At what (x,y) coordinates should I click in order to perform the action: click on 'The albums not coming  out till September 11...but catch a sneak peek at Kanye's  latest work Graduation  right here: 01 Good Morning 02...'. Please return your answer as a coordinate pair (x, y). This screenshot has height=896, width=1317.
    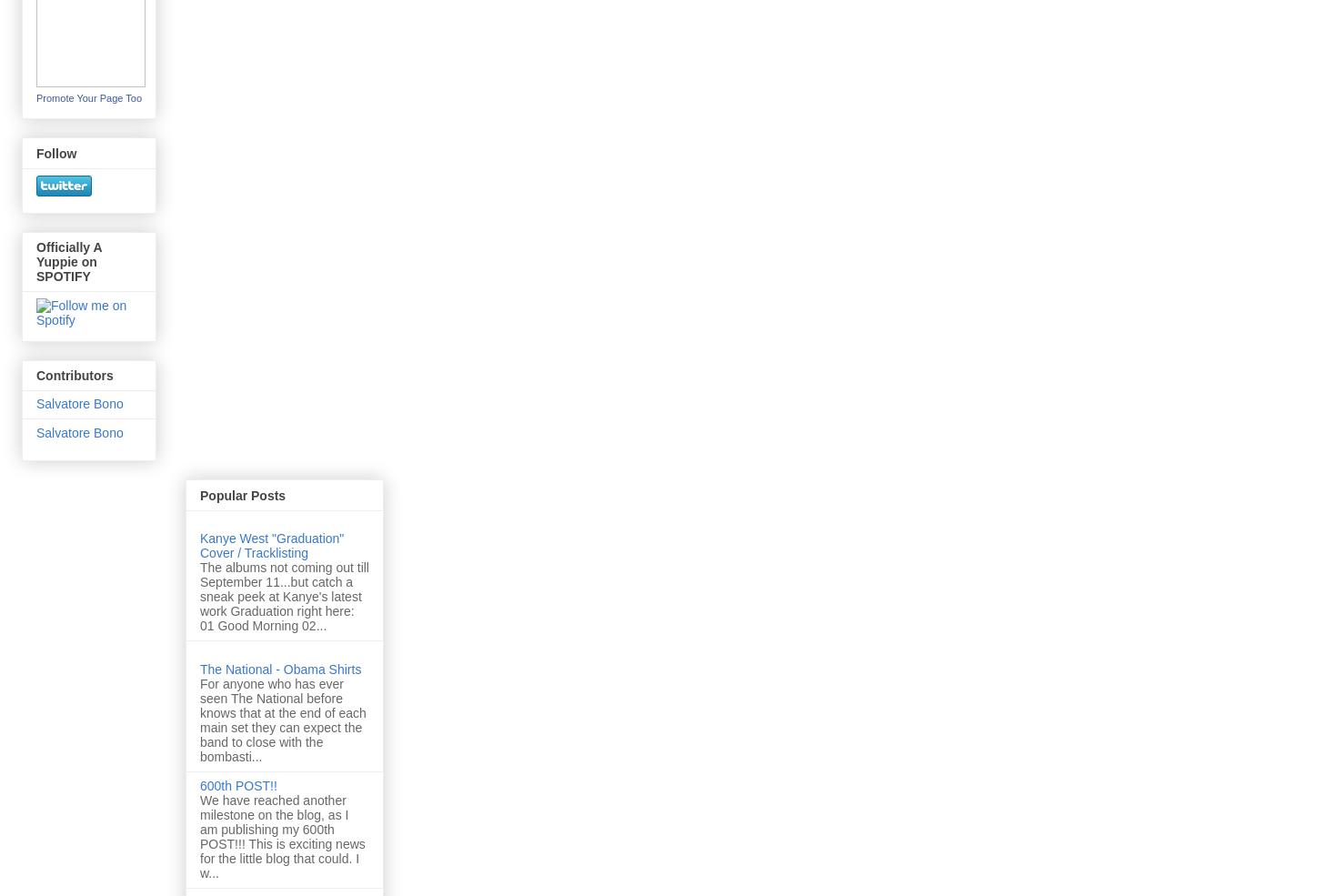
    Looking at the image, I should click on (283, 595).